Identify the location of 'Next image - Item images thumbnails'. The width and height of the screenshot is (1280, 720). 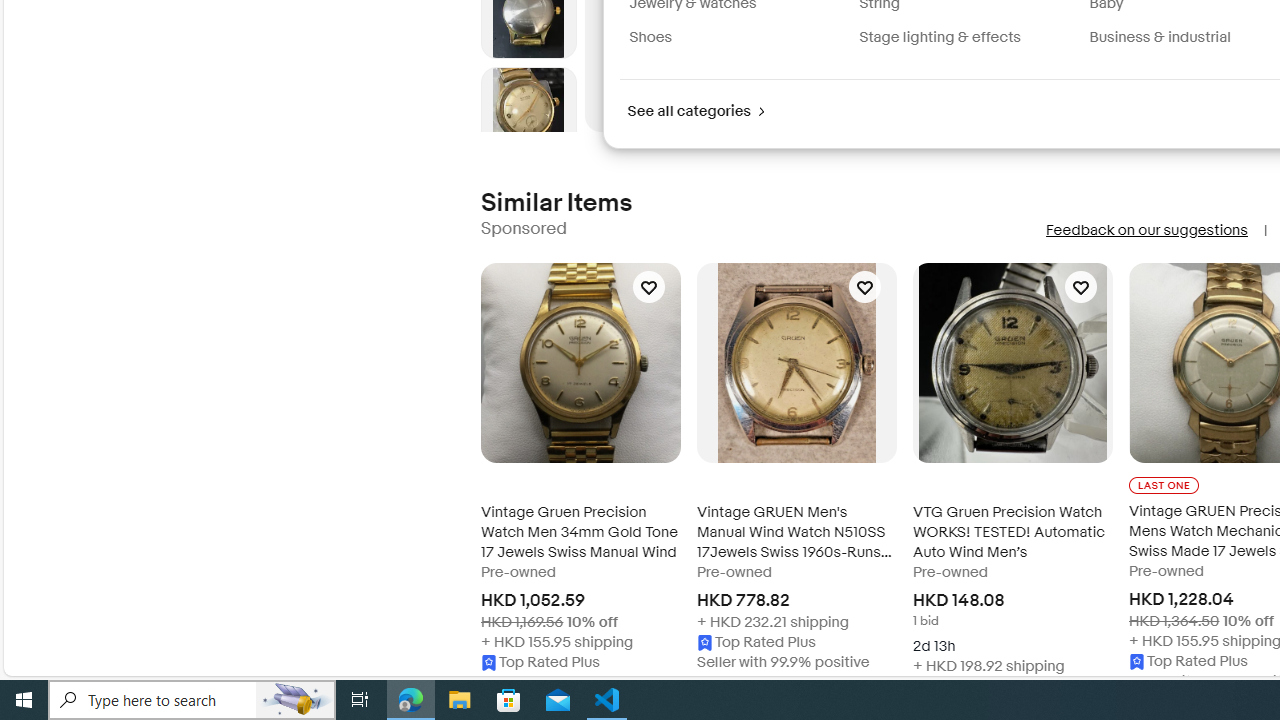
(528, 127).